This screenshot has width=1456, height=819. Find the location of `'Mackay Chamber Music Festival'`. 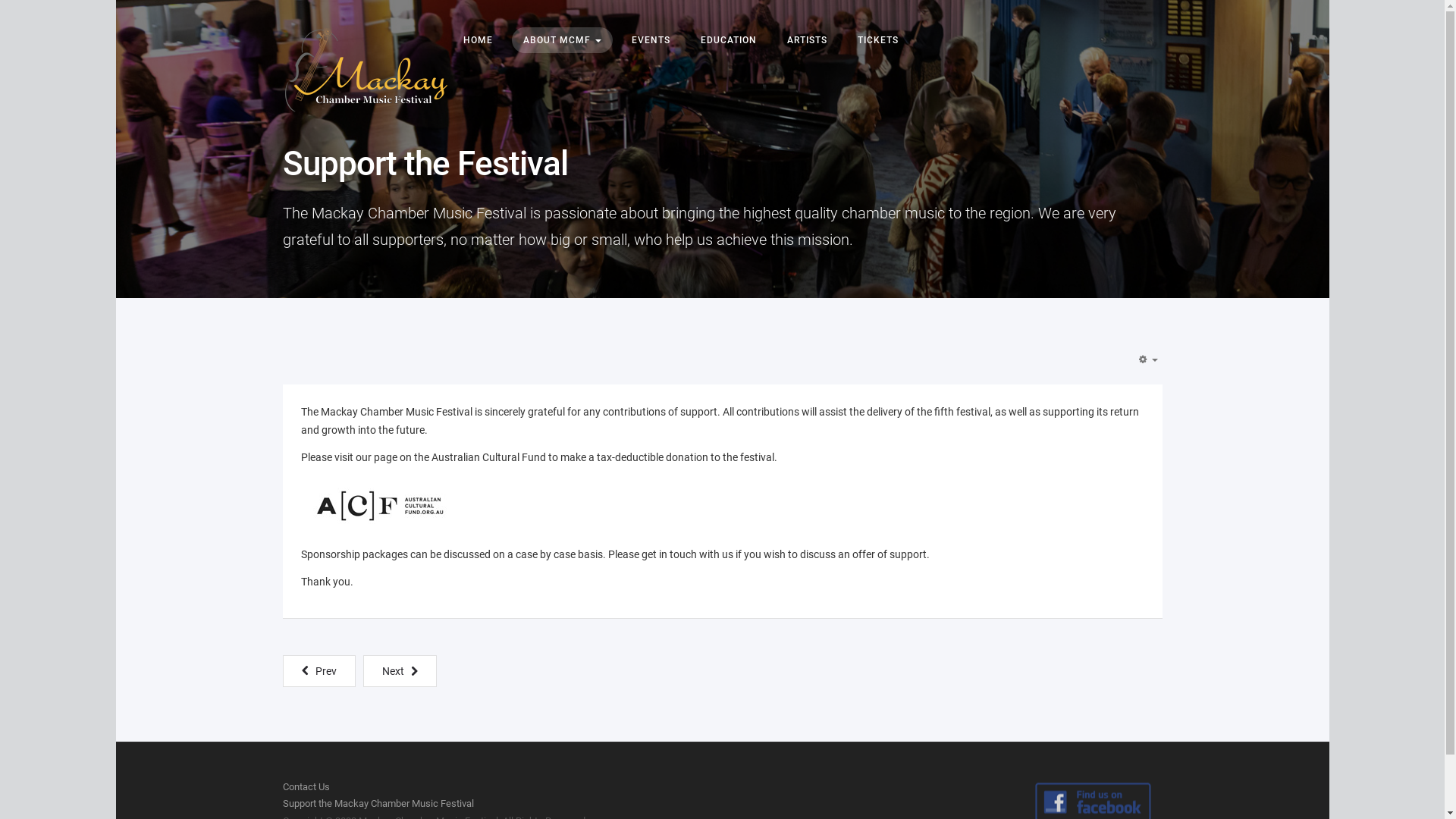

'Mackay Chamber Music Festival' is located at coordinates (365, 70).